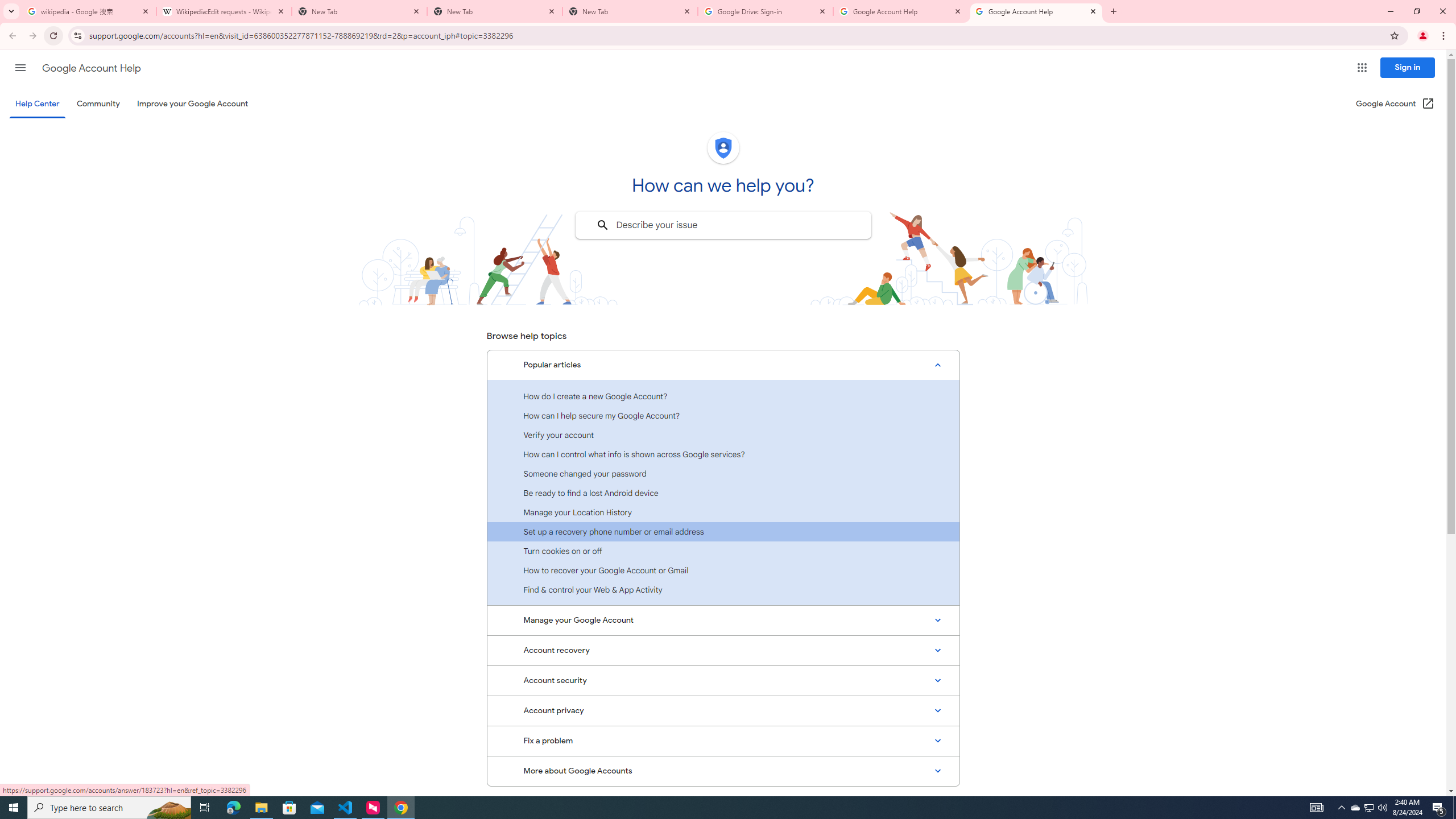 Image resolution: width=1456 pixels, height=819 pixels. What do you see at coordinates (19, 67) in the screenshot?
I see `'Main menu'` at bounding box center [19, 67].